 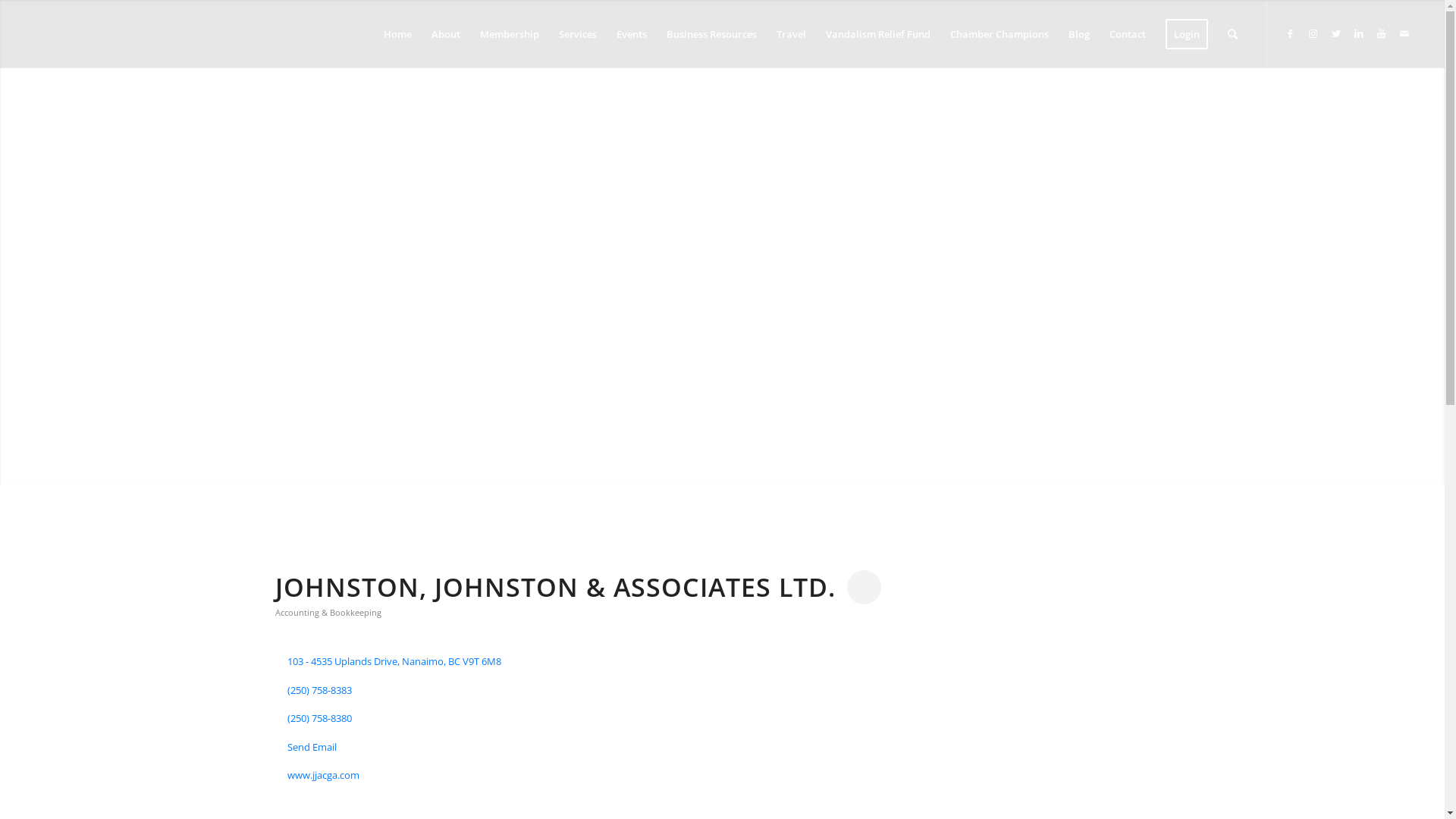 What do you see at coordinates (1313, 33) in the screenshot?
I see `'Instagram'` at bounding box center [1313, 33].